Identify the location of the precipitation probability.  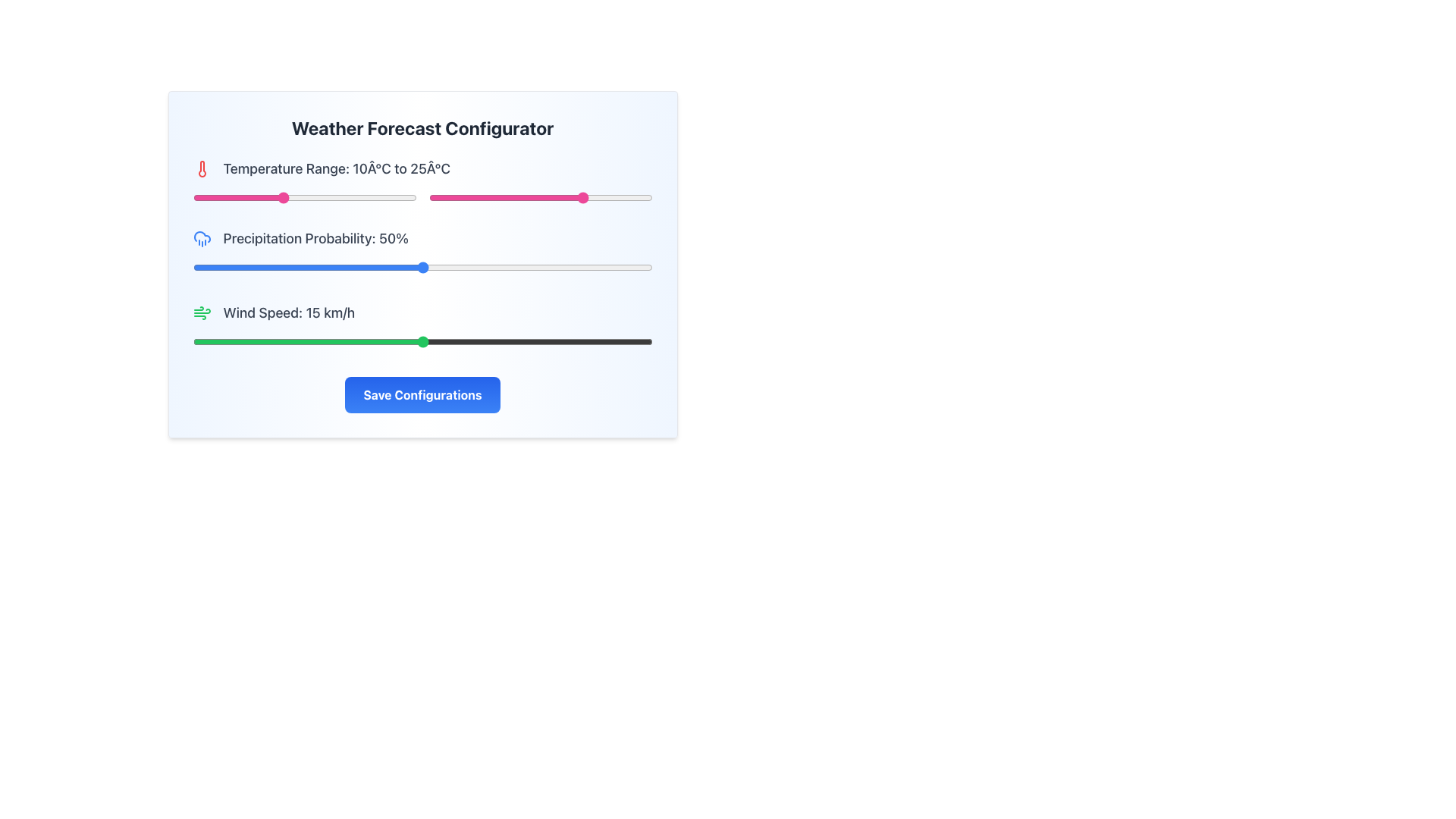
(564, 267).